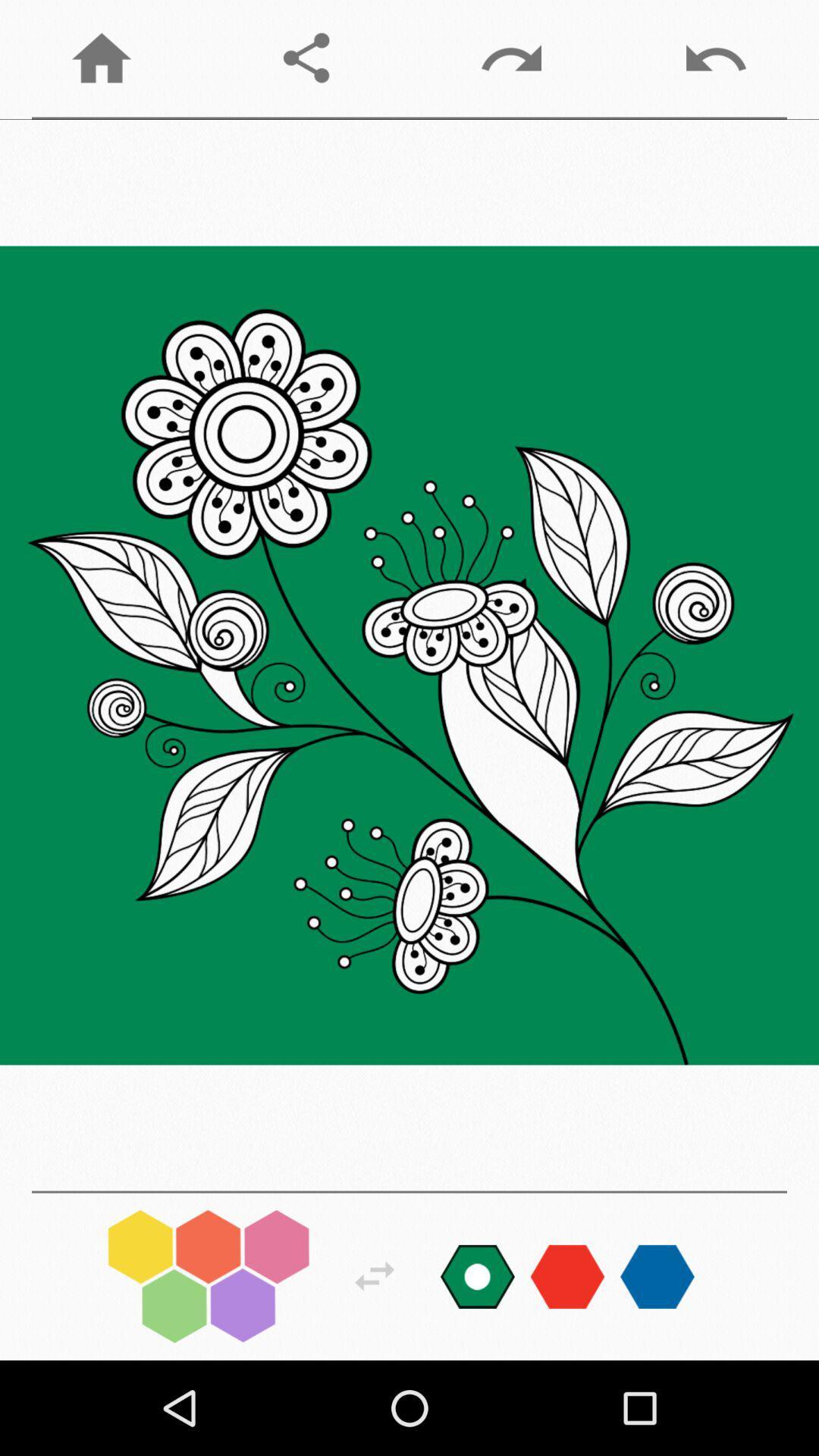 The height and width of the screenshot is (1456, 819). What do you see at coordinates (375, 1276) in the screenshot?
I see `this button in bankspace` at bounding box center [375, 1276].